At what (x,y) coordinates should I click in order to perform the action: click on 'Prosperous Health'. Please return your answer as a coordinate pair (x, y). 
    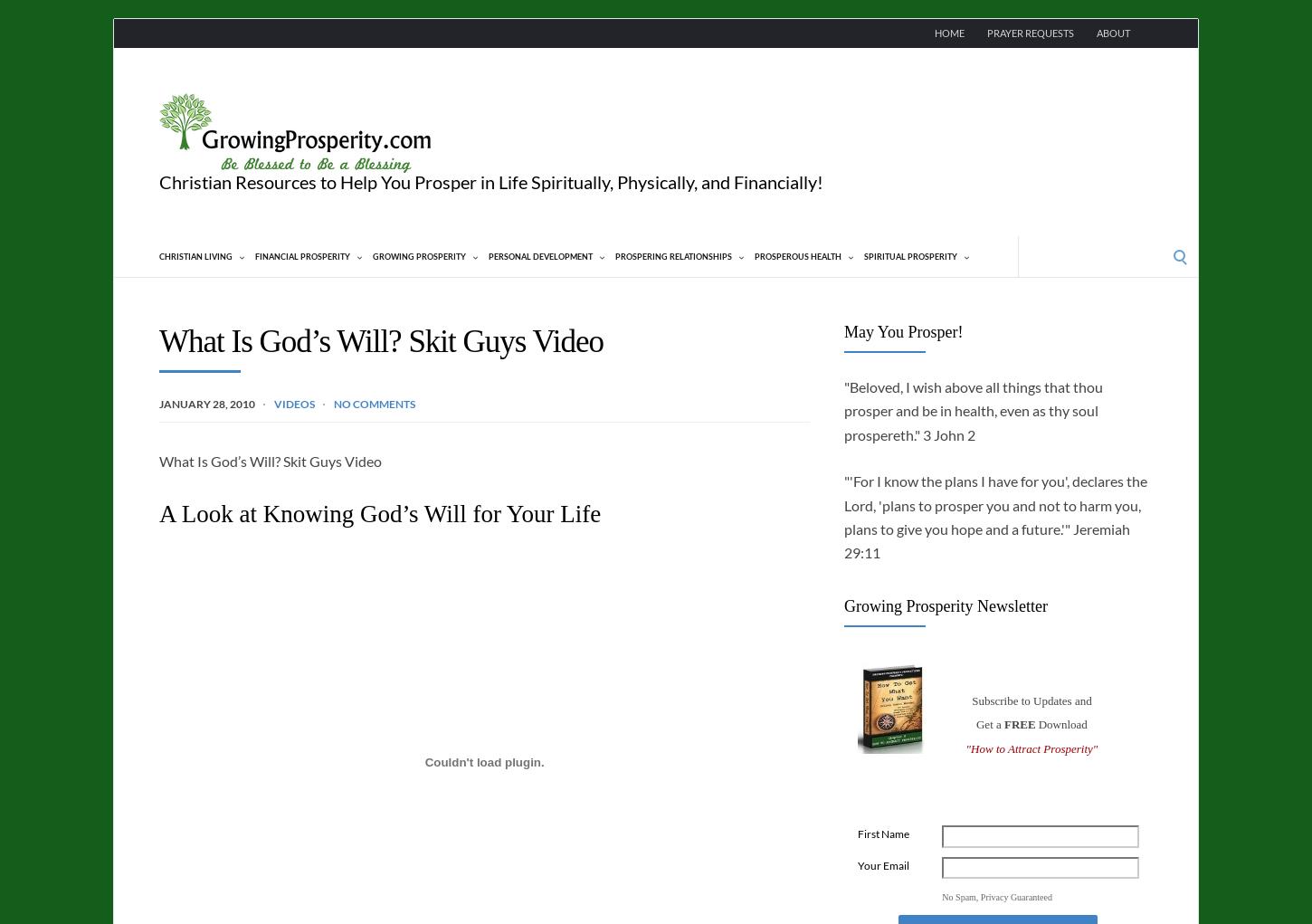
    Looking at the image, I should click on (797, 255).